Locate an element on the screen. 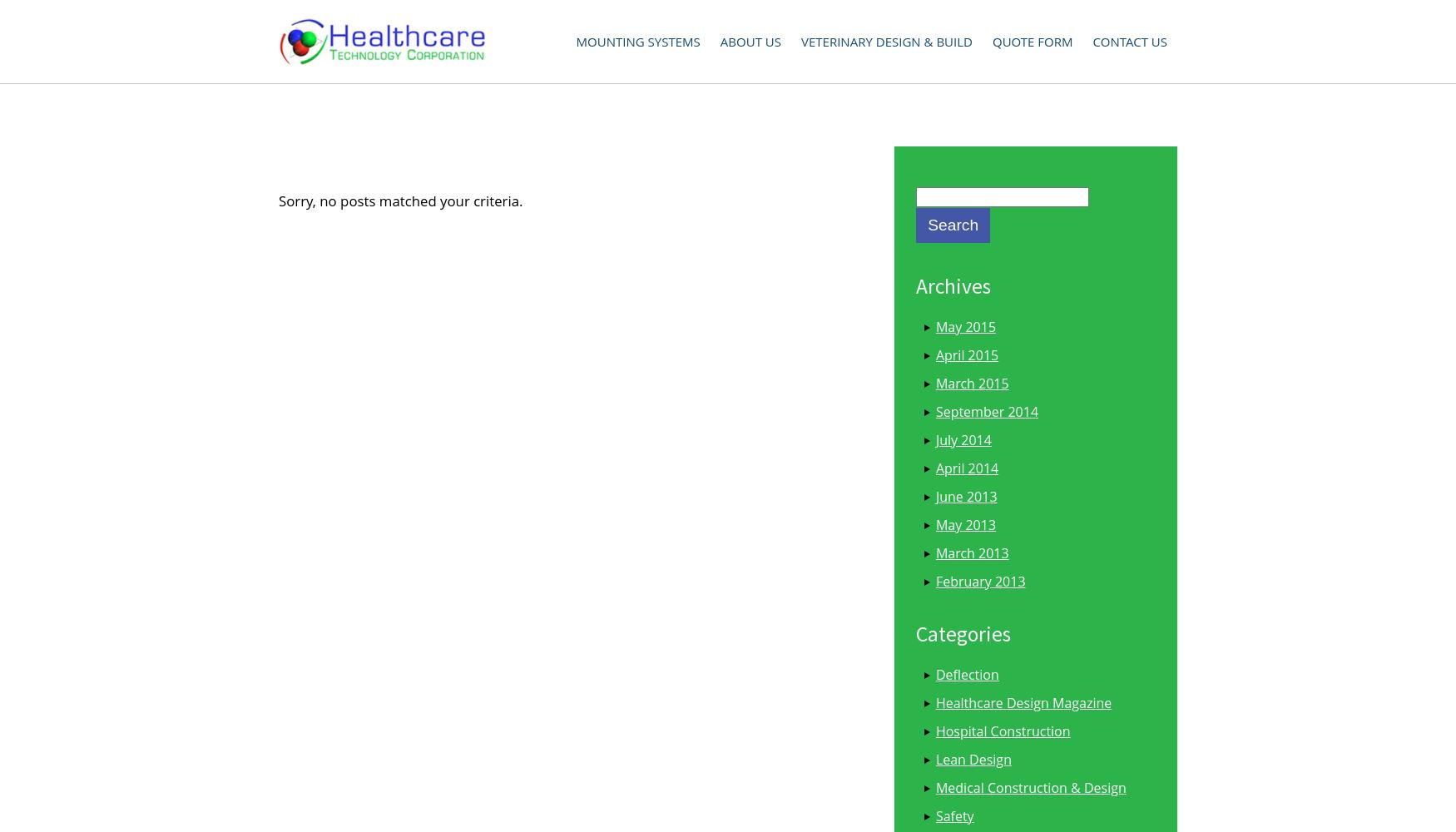 This screenshot has height=832, width=1456. 'Hospital Construction' is located at coordinates (935, 730).